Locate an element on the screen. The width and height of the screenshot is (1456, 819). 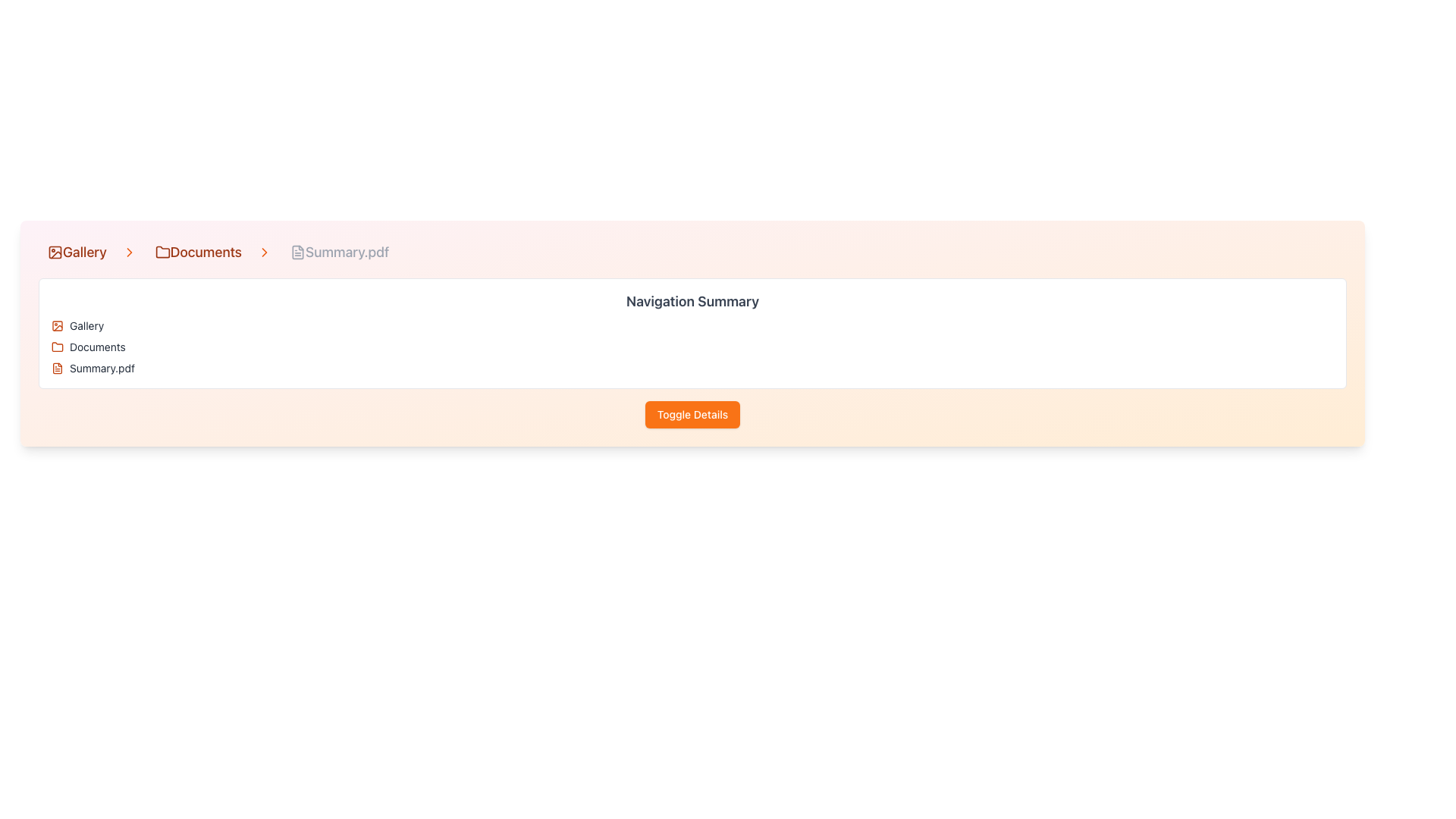
the icon representing the 'Summary.pdf' file in the breadcrumb navigation at the top part of the interface is located at coordinates (298, 251).